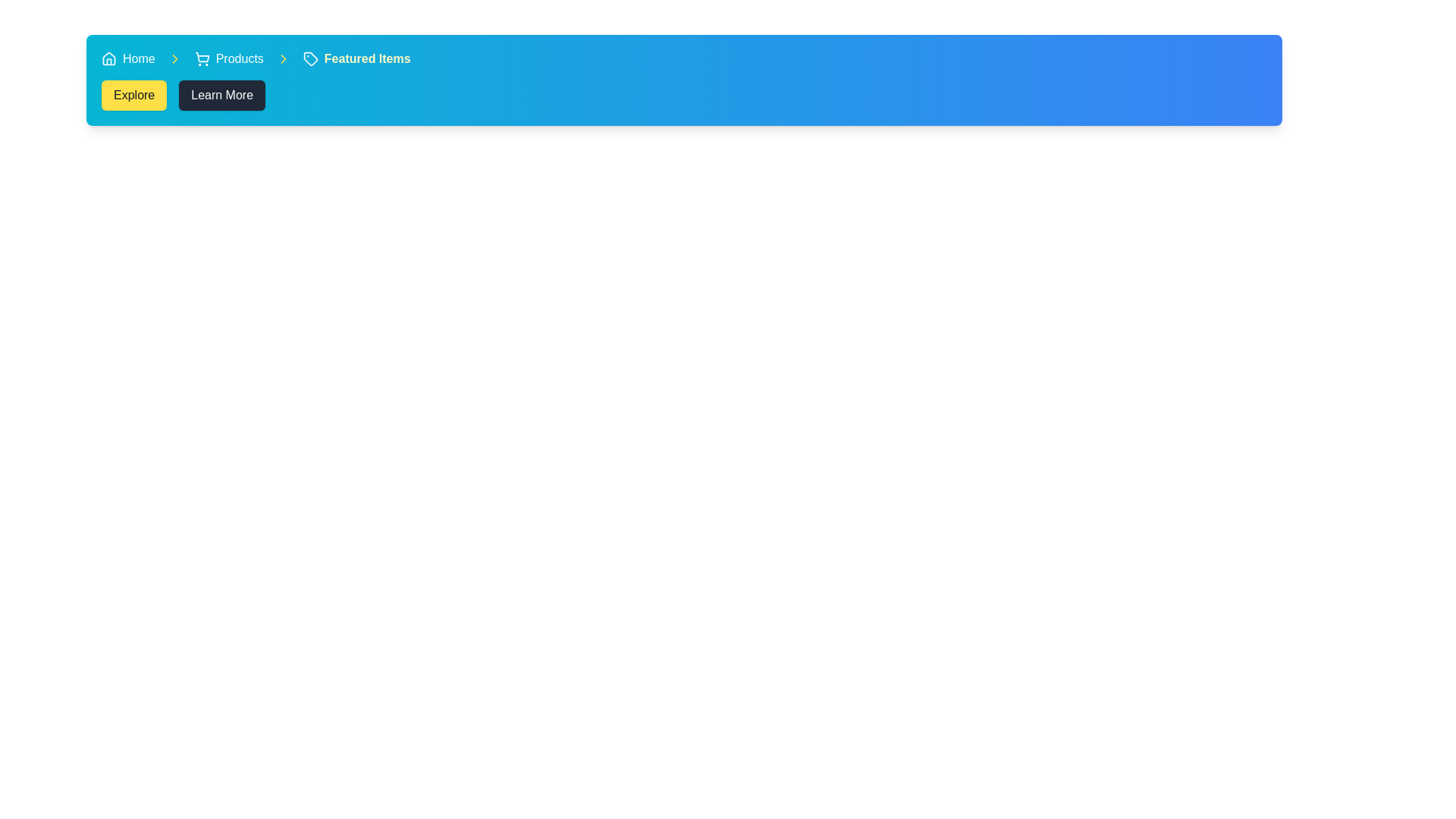 The image size is (1456, 819). I want to click on the rectangular yellow button with rounded corners labeled 'Explore', so click(134, 96).